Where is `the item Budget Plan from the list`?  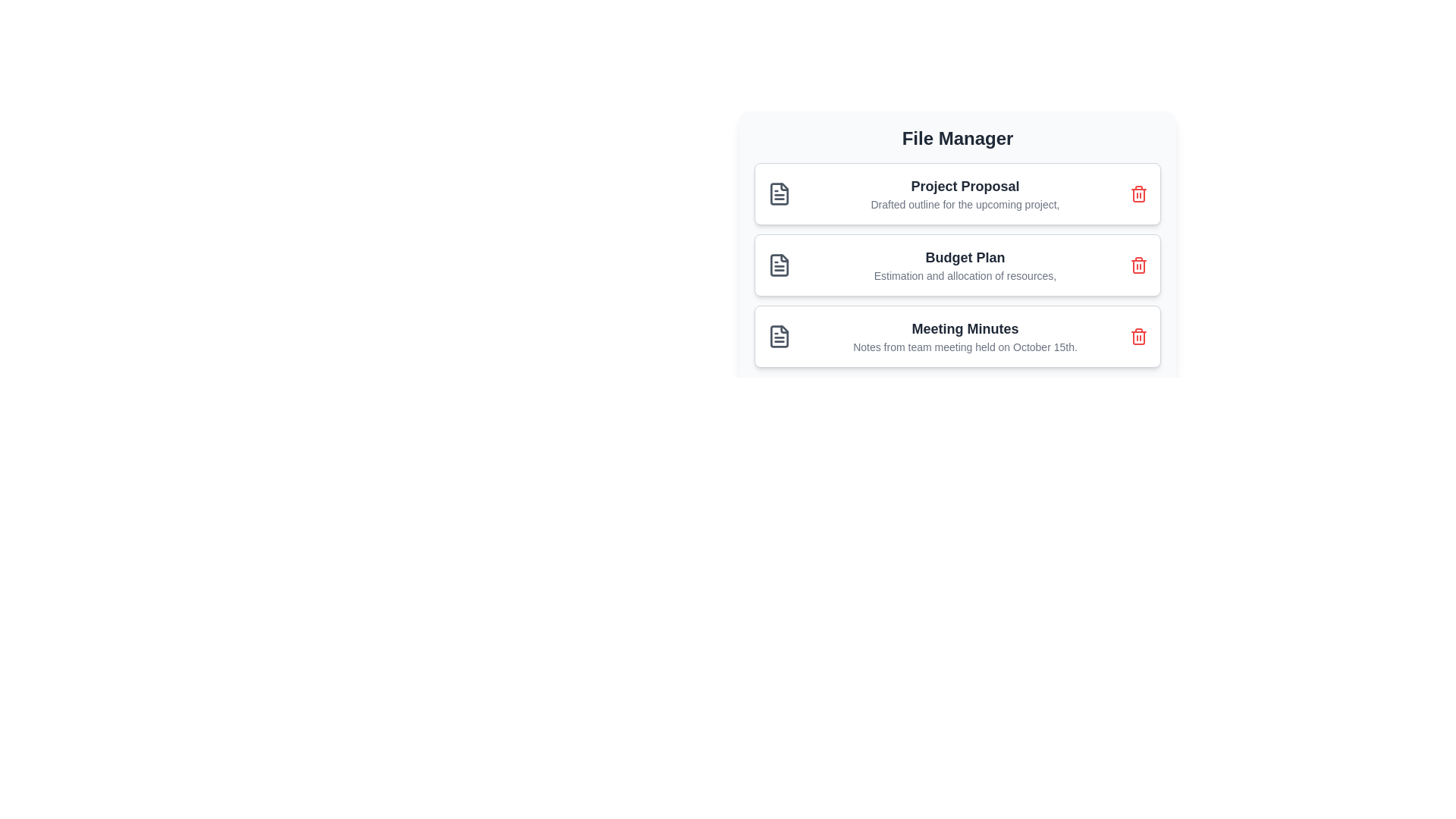
the item Budget Plan from the list is located at coordinates (956, 265).